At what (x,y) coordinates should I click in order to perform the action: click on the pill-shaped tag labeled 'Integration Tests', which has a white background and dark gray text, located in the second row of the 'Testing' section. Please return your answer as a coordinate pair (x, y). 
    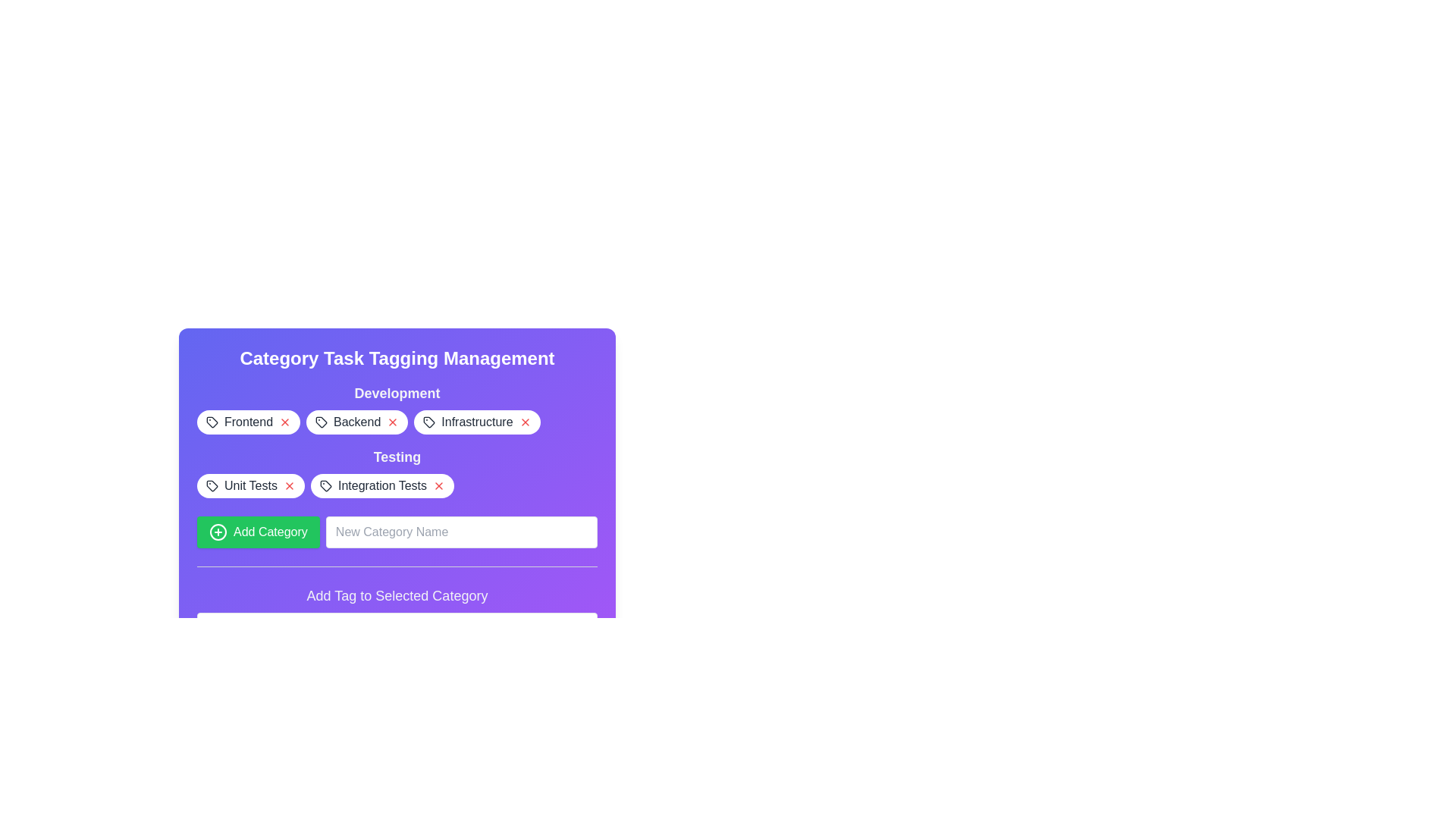
    Looking at the image, I should click on (382, 485).